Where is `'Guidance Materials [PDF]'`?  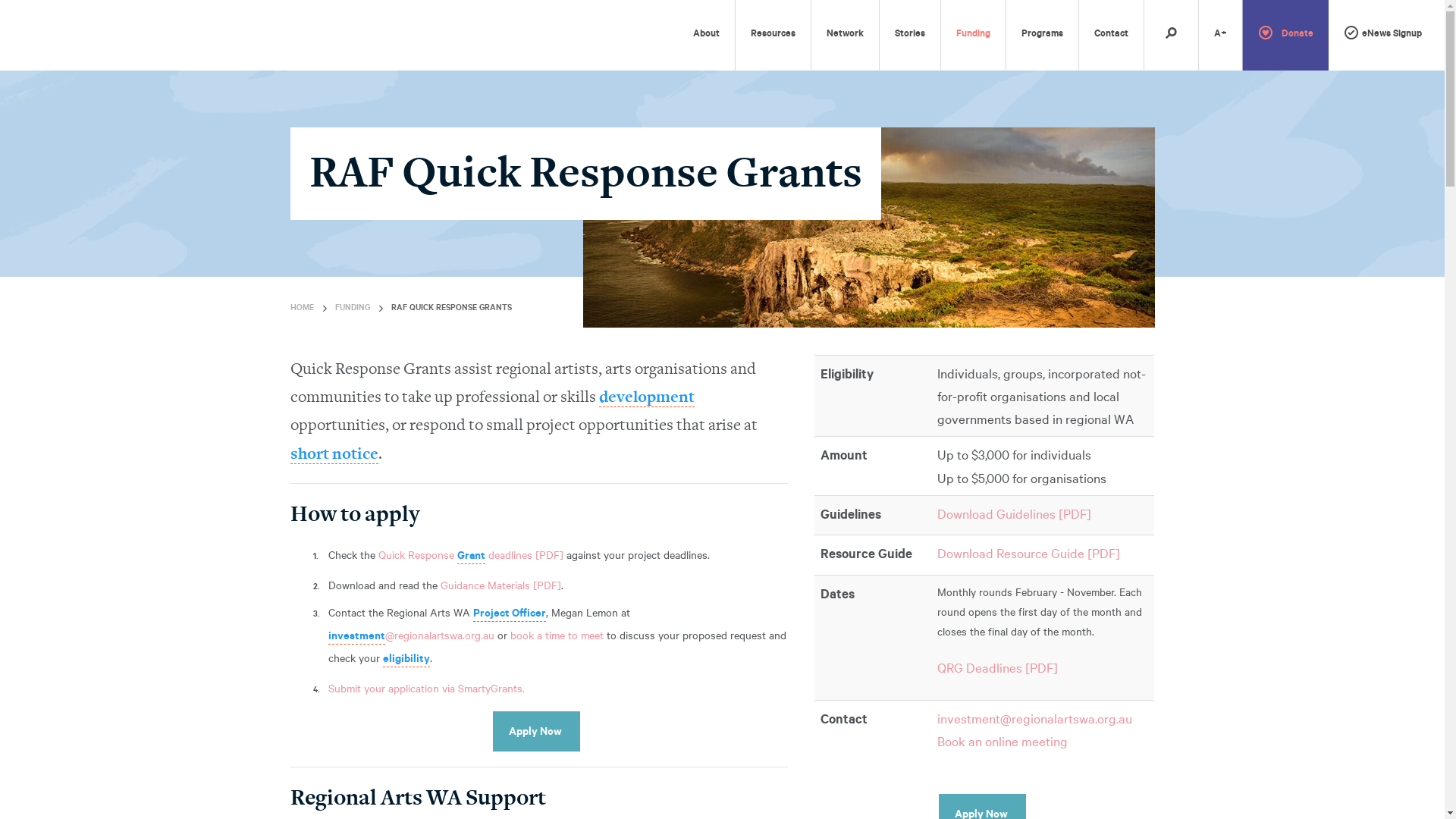 'Guidance Materials [PDF]' is located at coordinates (500, 584).